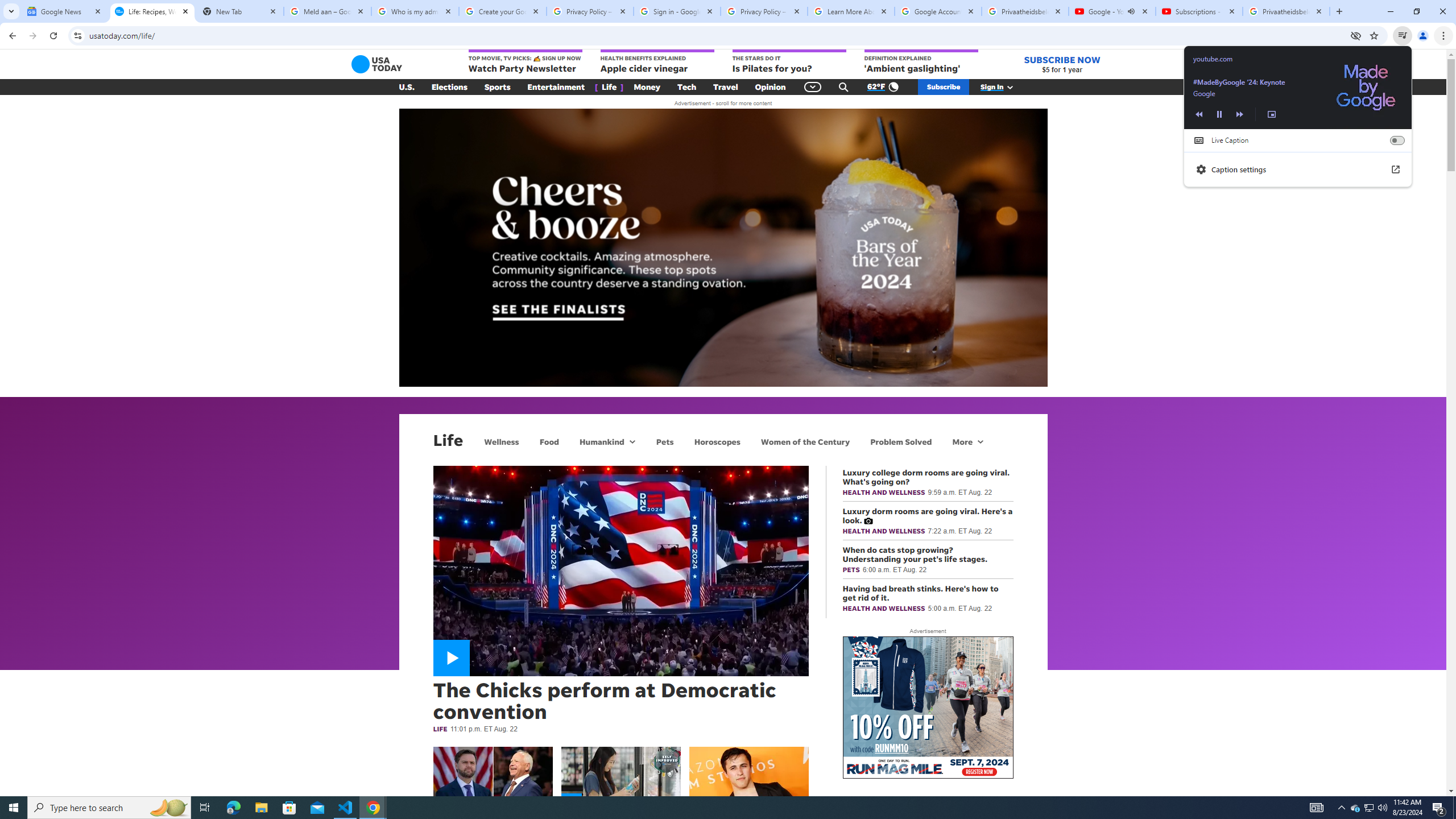  Describe the element at coordinates (556, 87) in the screenshot. I see `'Entertainment'` at that location.